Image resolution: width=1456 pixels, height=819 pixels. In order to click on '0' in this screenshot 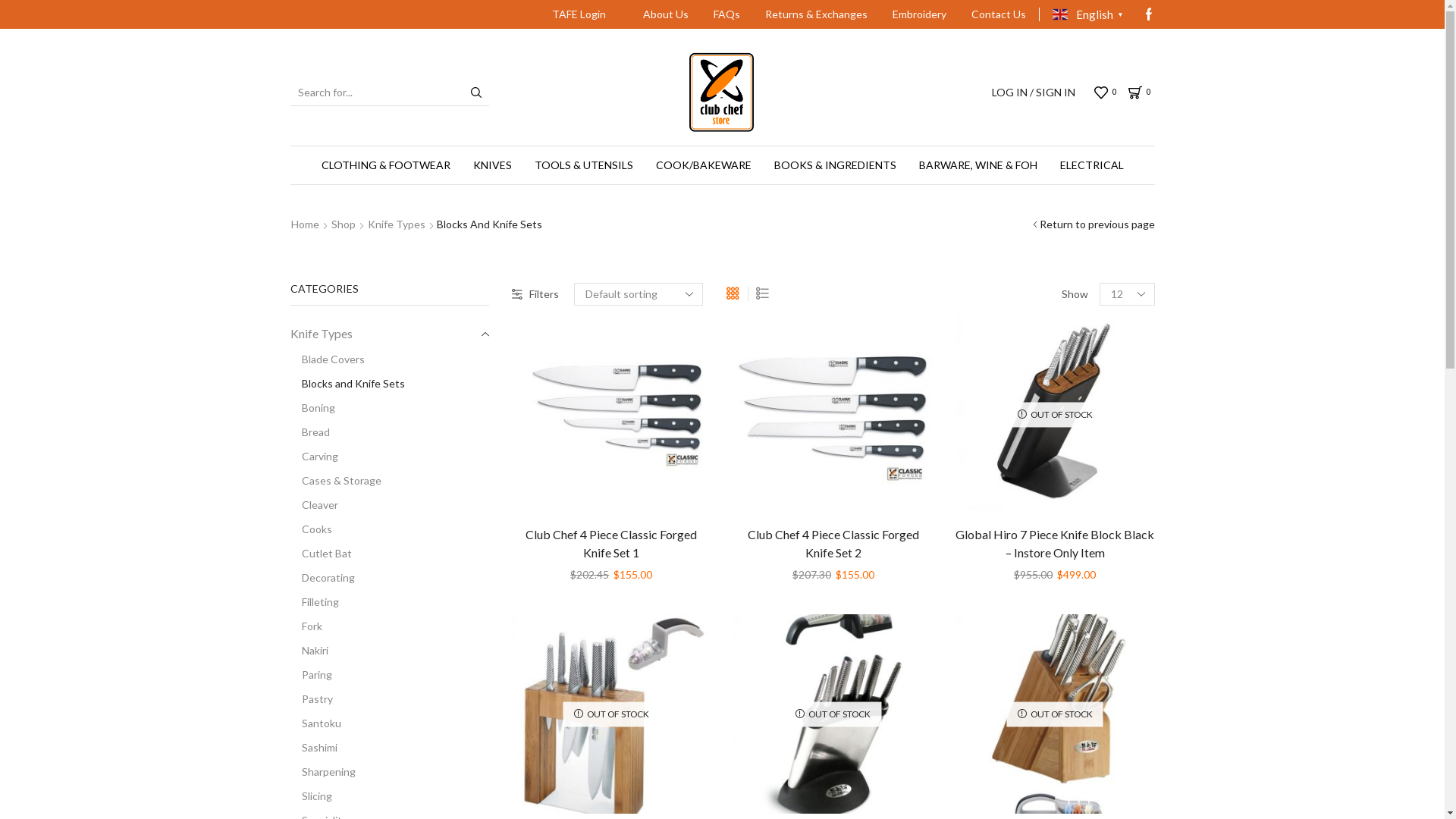, I will do `click(1141, 93)`.